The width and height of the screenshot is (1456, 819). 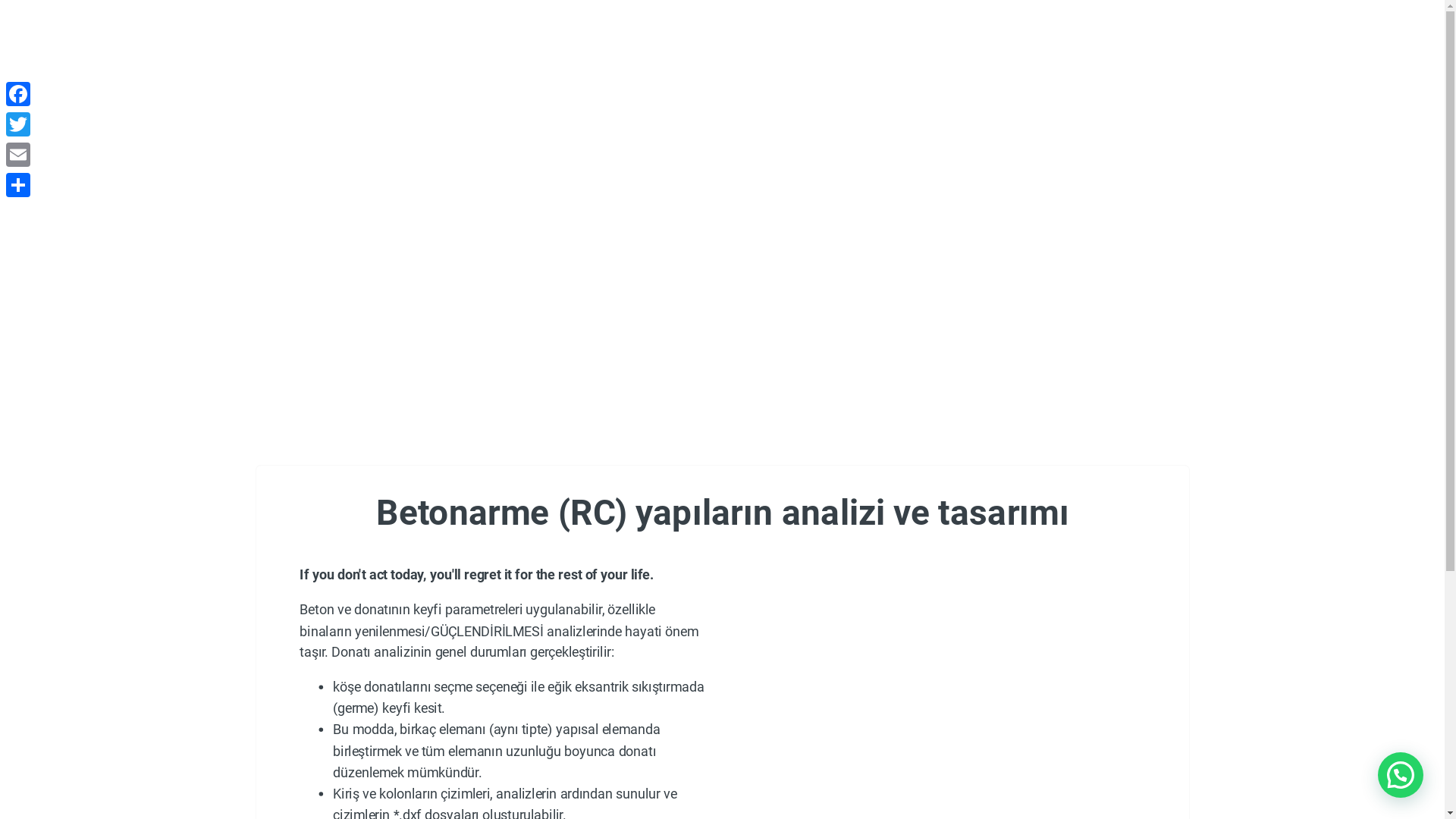 What do you see at coordinates (3, 155) in the screenshot?
I see `'Email'` at bounding box center [3, 155].